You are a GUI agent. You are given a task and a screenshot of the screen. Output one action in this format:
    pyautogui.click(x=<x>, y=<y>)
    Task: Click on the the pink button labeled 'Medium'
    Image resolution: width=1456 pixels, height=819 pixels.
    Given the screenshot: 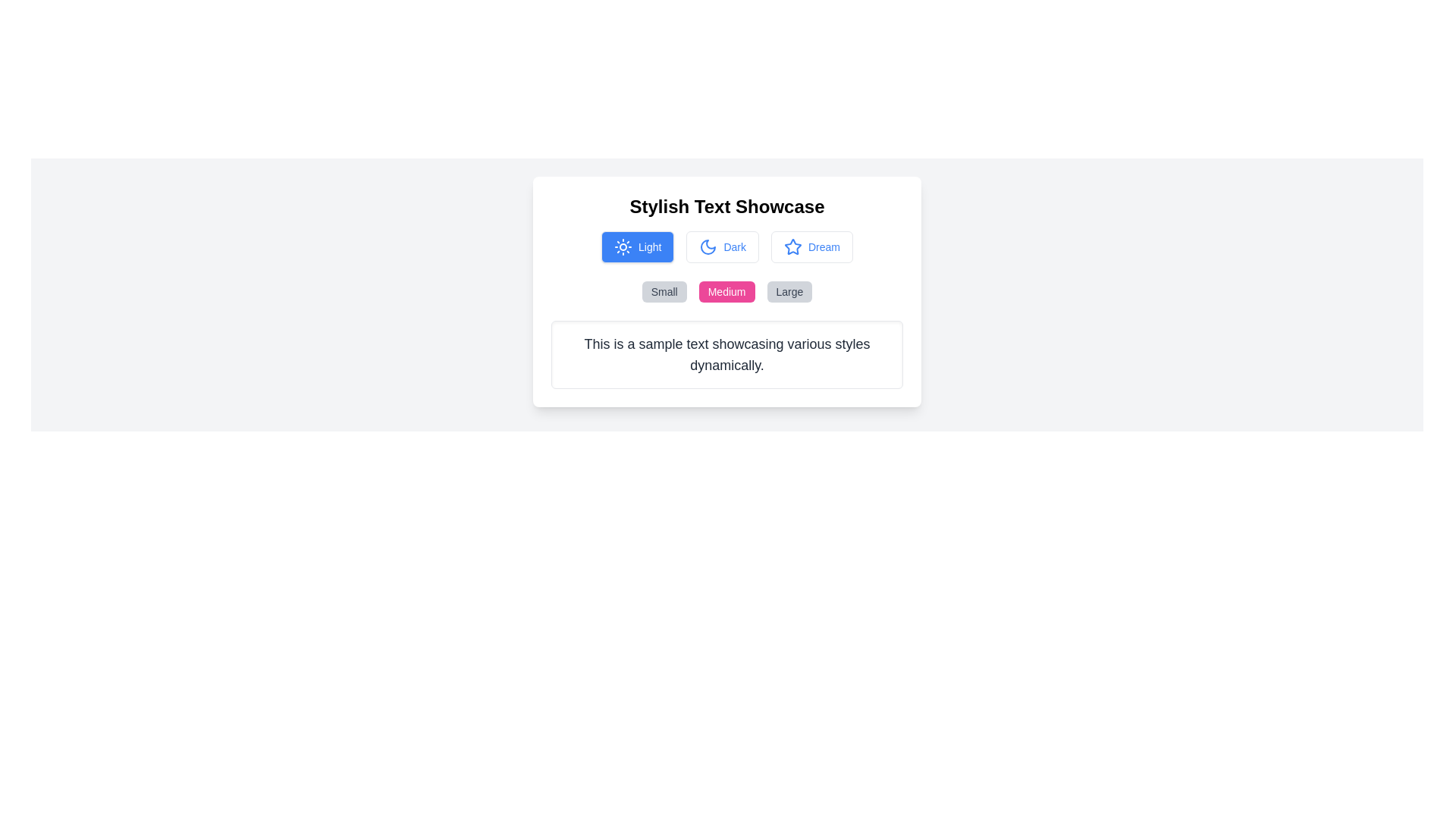 What is the action you would take?
    pyautogui.click(x=726, y=292)
    